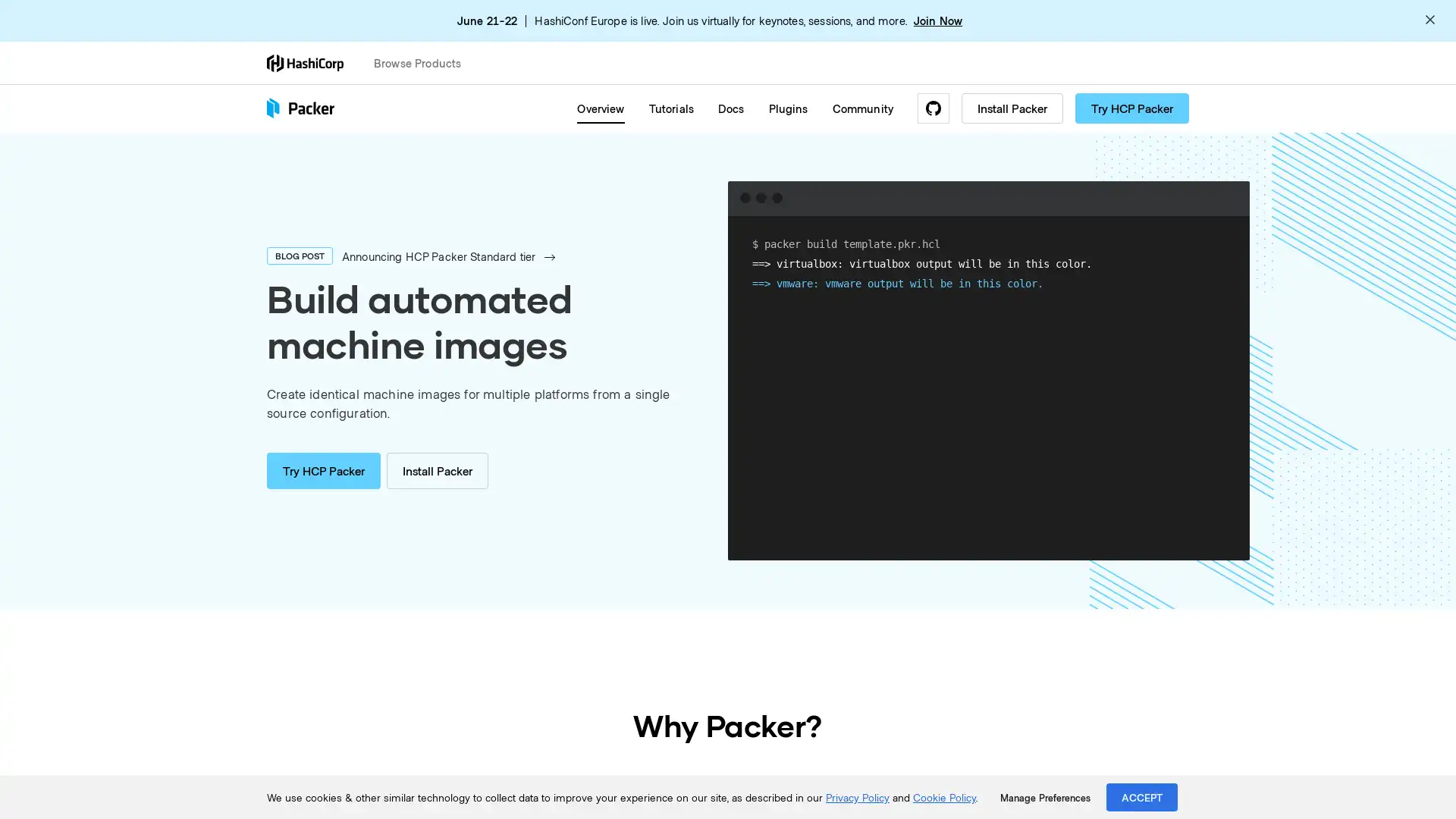  Describe the element at coordinates (1429, 20) in the screenshot. I see `Dismiss alert` at that location.